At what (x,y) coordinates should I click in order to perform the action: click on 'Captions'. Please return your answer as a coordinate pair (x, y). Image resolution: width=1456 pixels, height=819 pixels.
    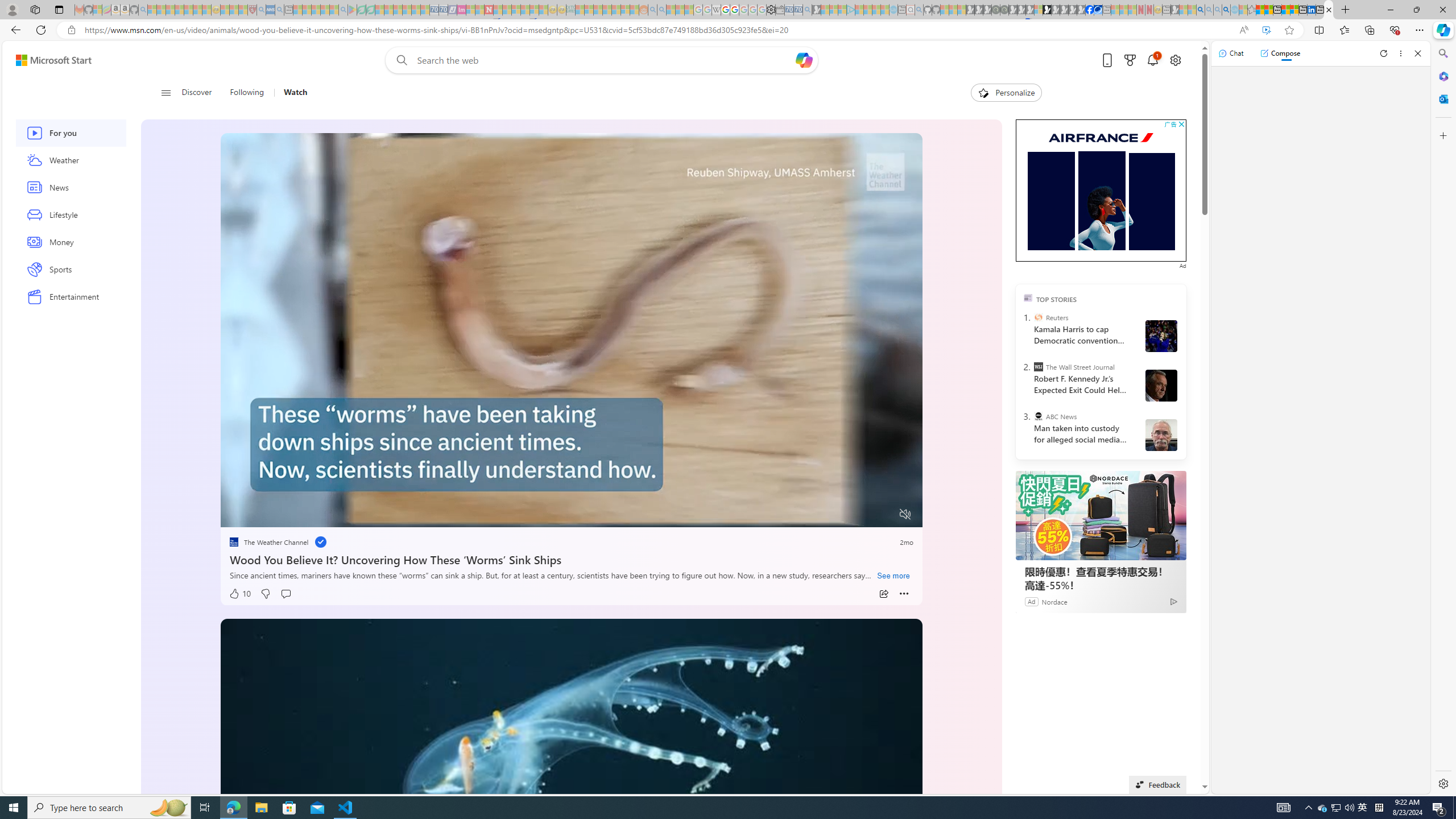
    Looking at the image, I should click on (861, 514).